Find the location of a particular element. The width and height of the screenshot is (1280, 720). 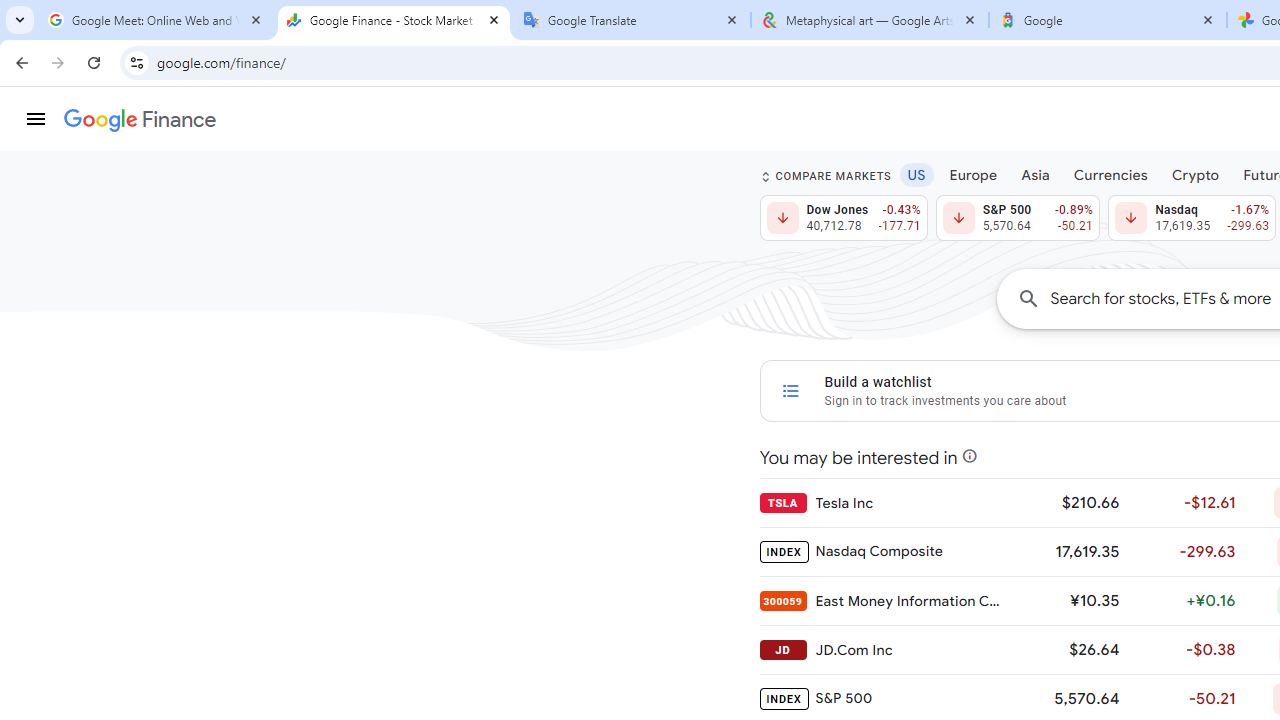

'Europe' is located at coordinates (973, 173).